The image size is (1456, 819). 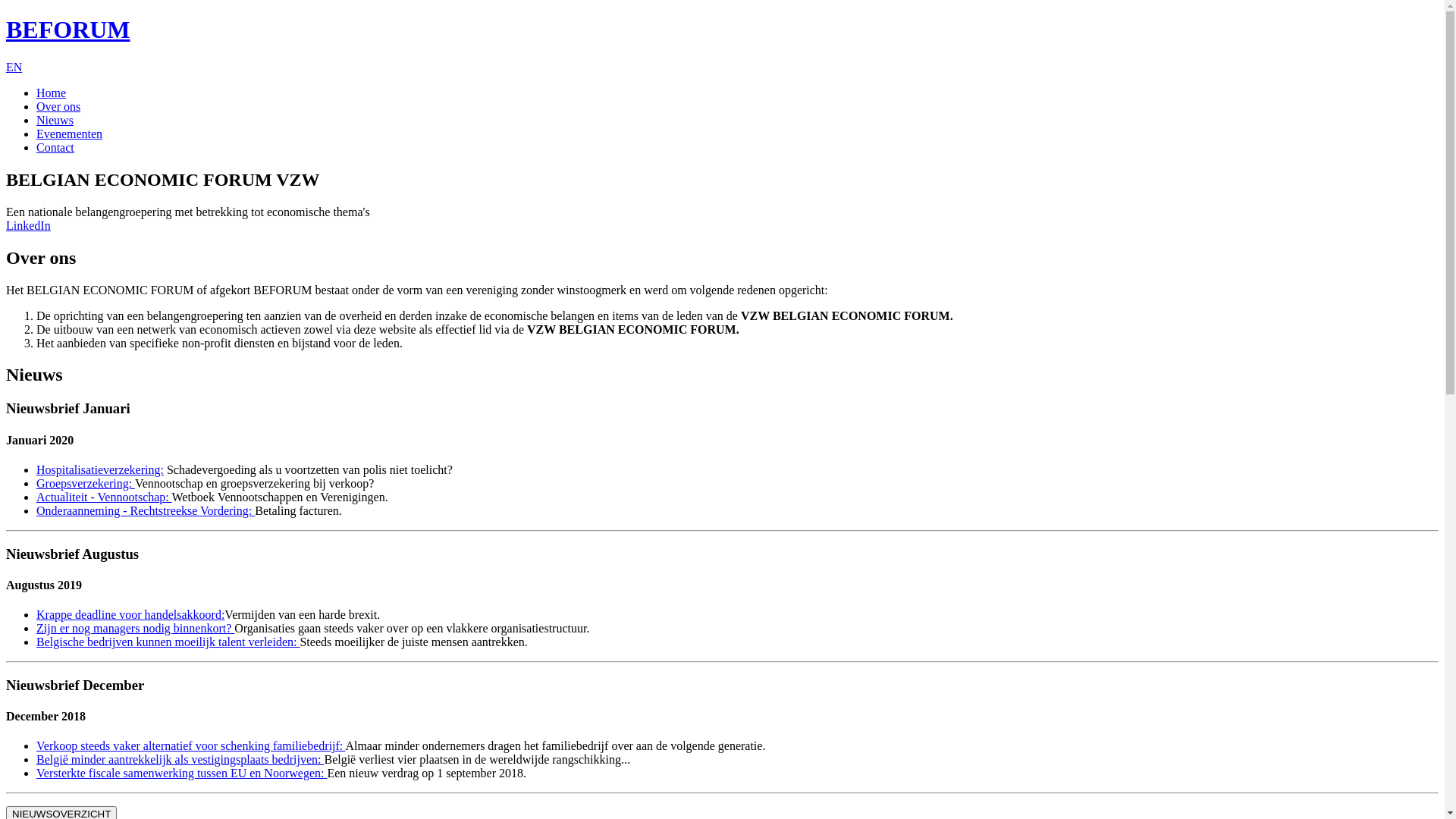 I want to click on 'Contact', so click(x=55, y=147).